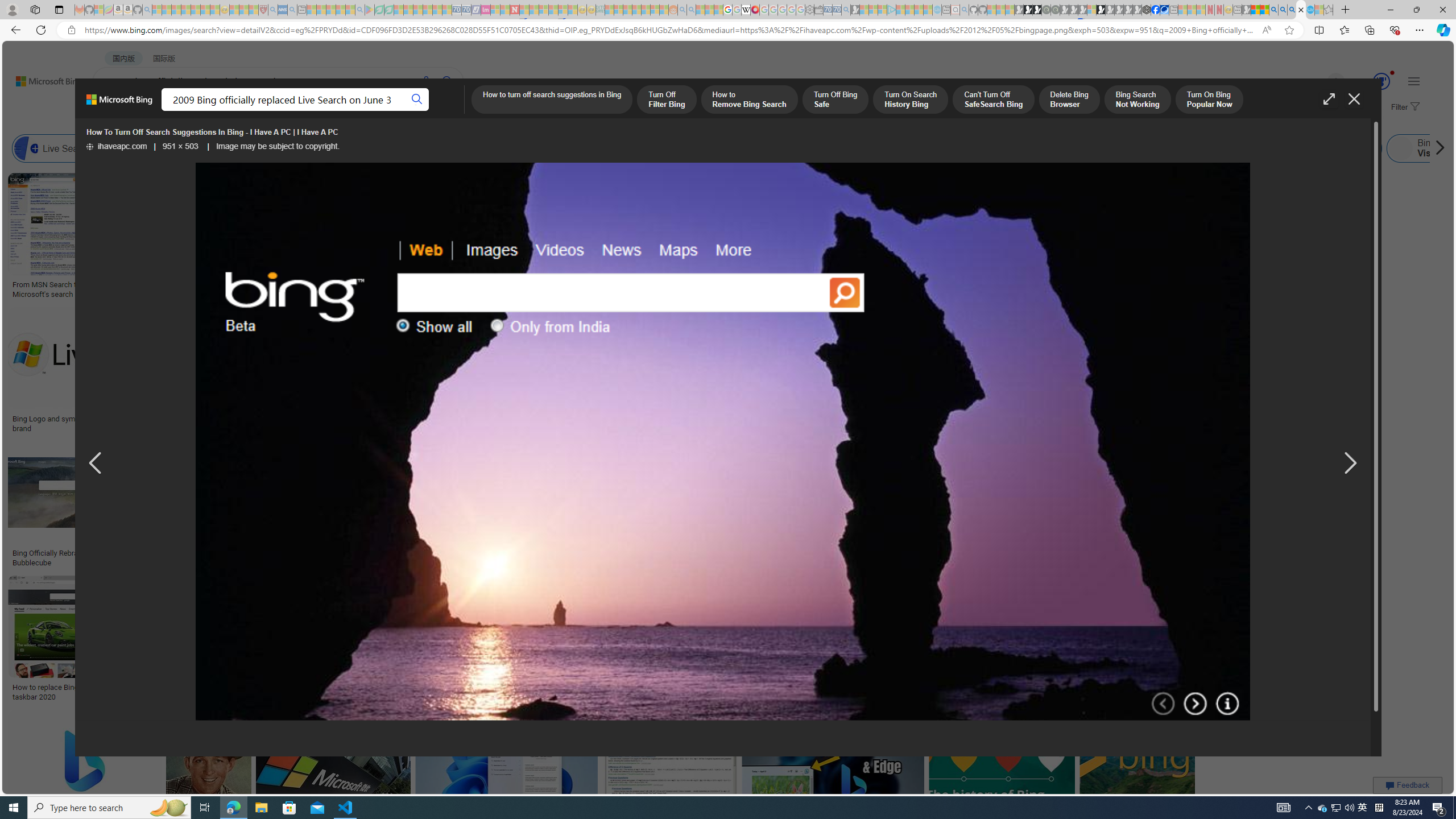  What do you see at coordinates (1054, 9) in the screenshot?
I see `'Future Focus Report 2024 - Sleeping'` at bounding box center [1054, 9].